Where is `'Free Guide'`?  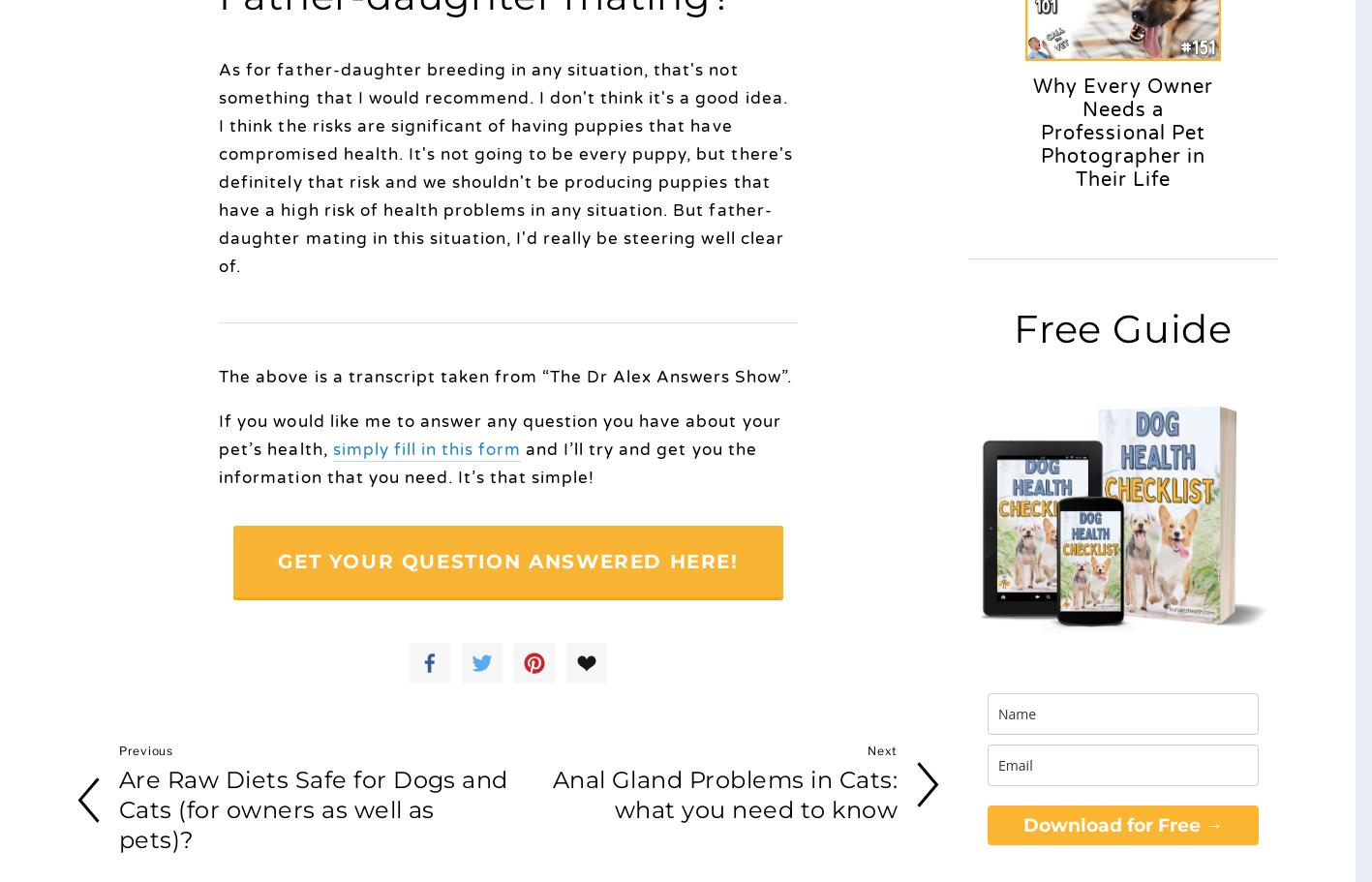
'Free Guide' is located at coordinates (1014, 327).